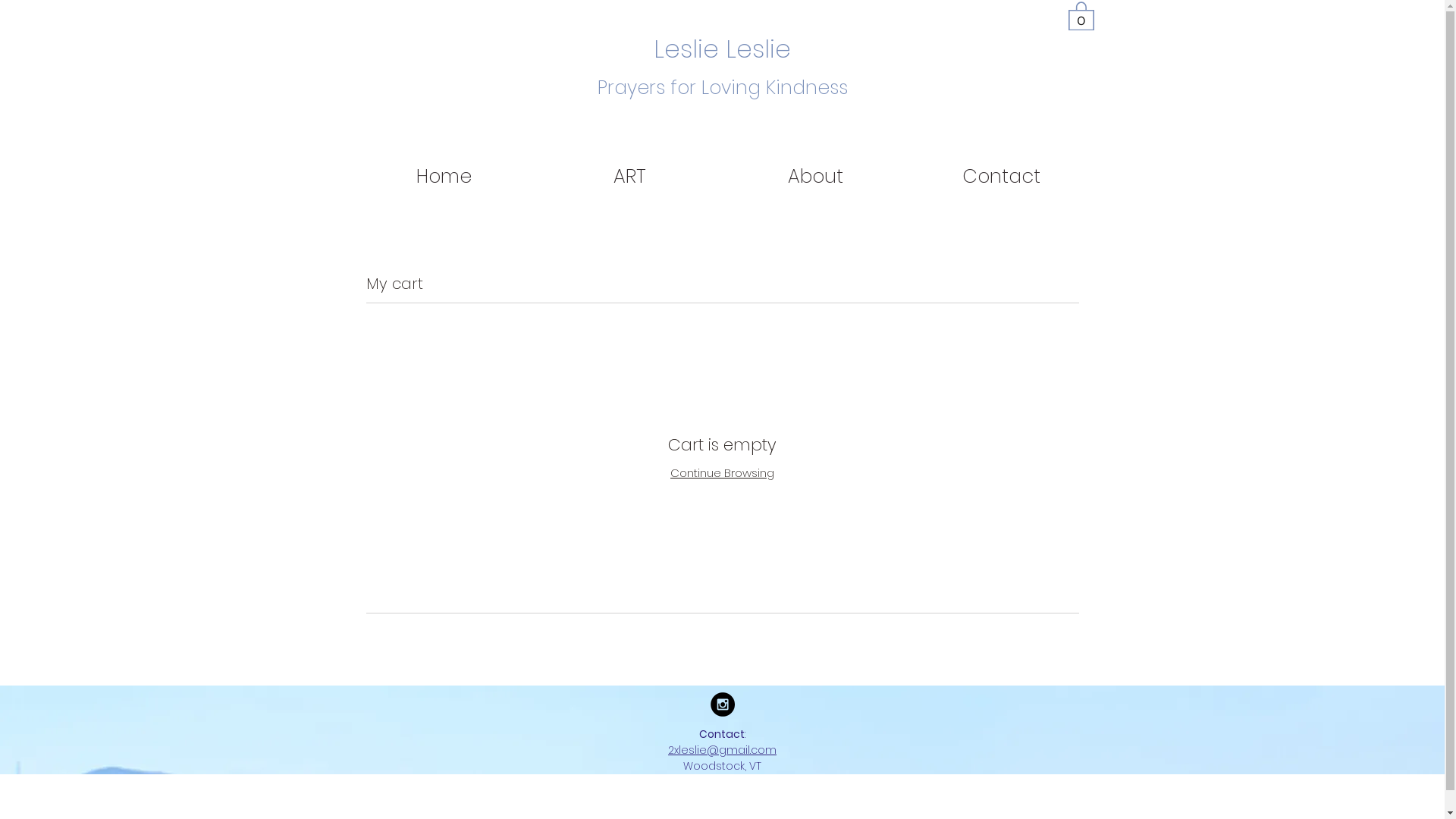  What do you see at coordinates (720, 175) in the screenshot?
I see `'About'` at bounding box center [720, 175].